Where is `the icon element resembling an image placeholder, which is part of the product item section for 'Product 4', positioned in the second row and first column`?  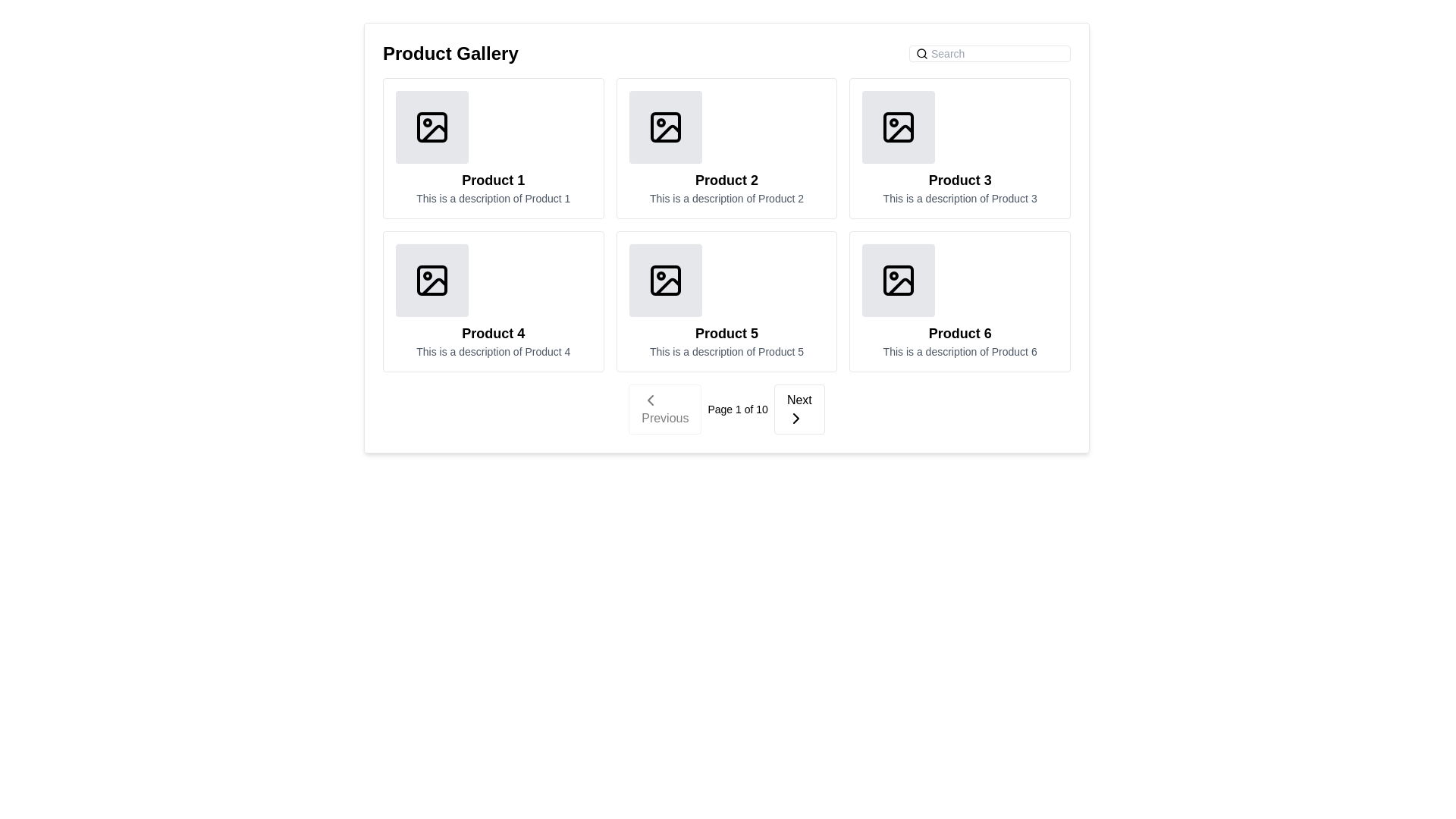 the icon element resembling an image placeholder, which is part of the product item section for 'Product 4', positioned in the second row and first column is located at coordinates (431, 281).